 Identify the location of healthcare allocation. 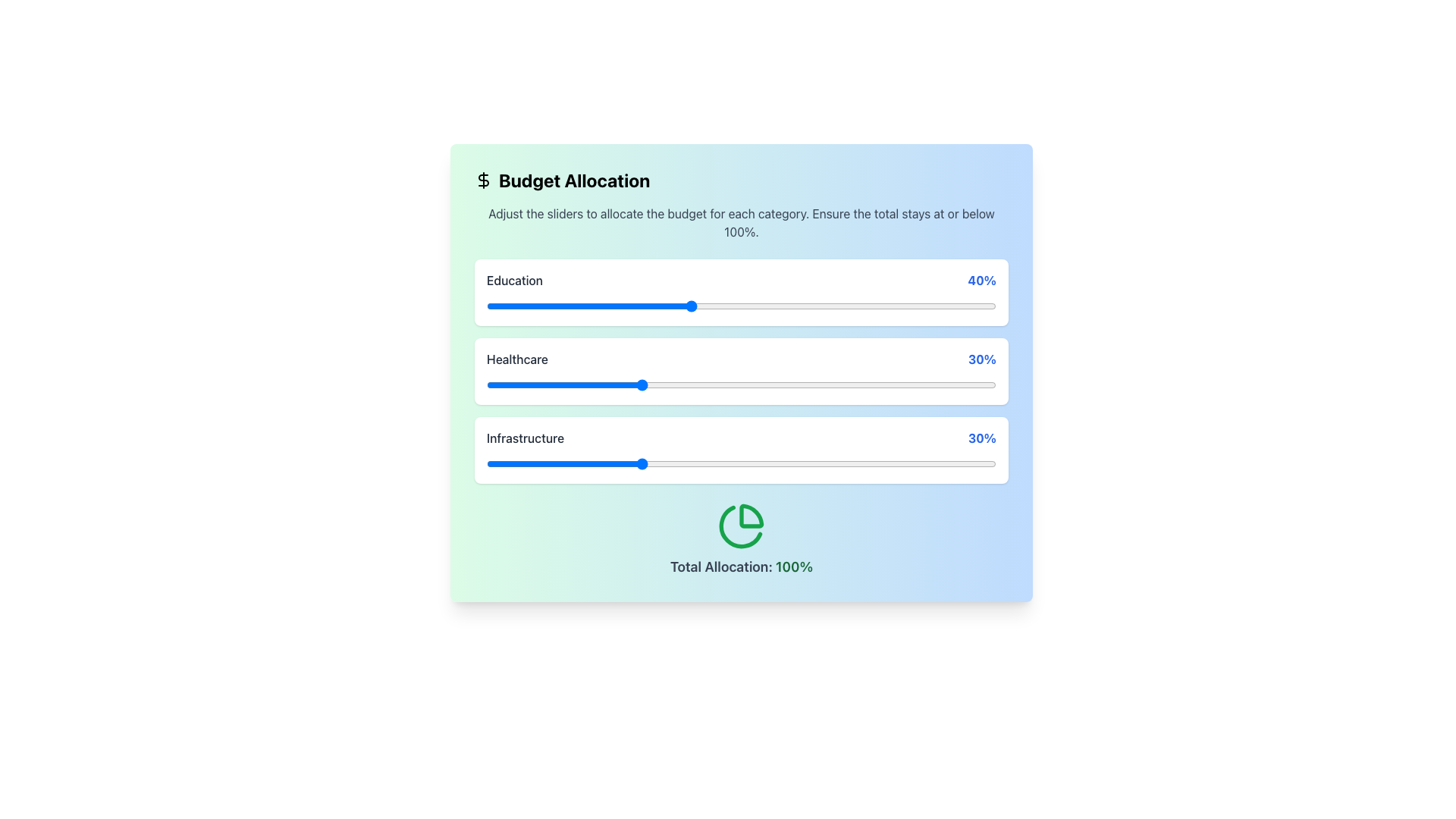
(944, 384).